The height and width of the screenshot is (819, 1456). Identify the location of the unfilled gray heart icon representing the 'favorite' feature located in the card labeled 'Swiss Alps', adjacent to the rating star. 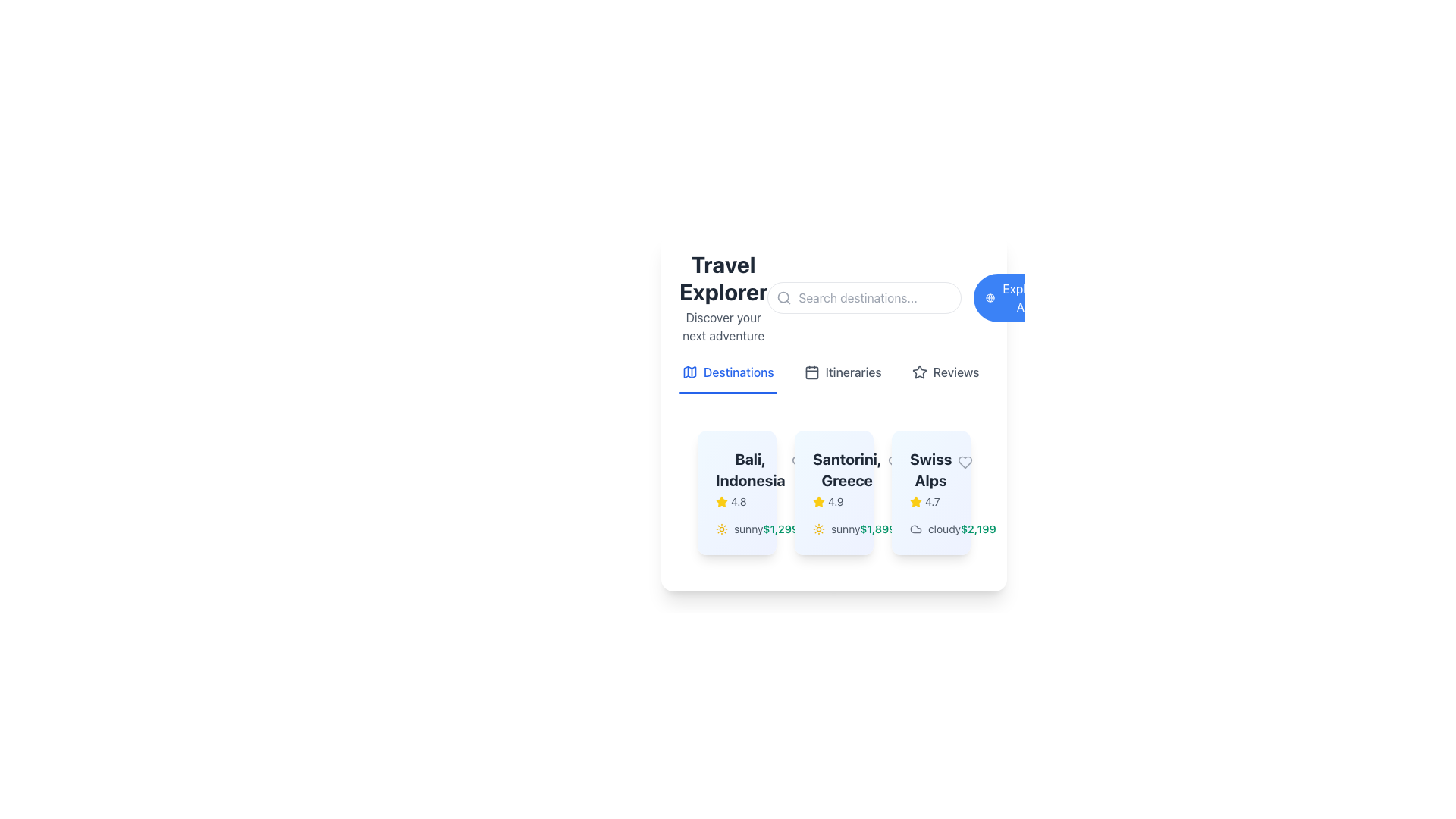
(895, 461).